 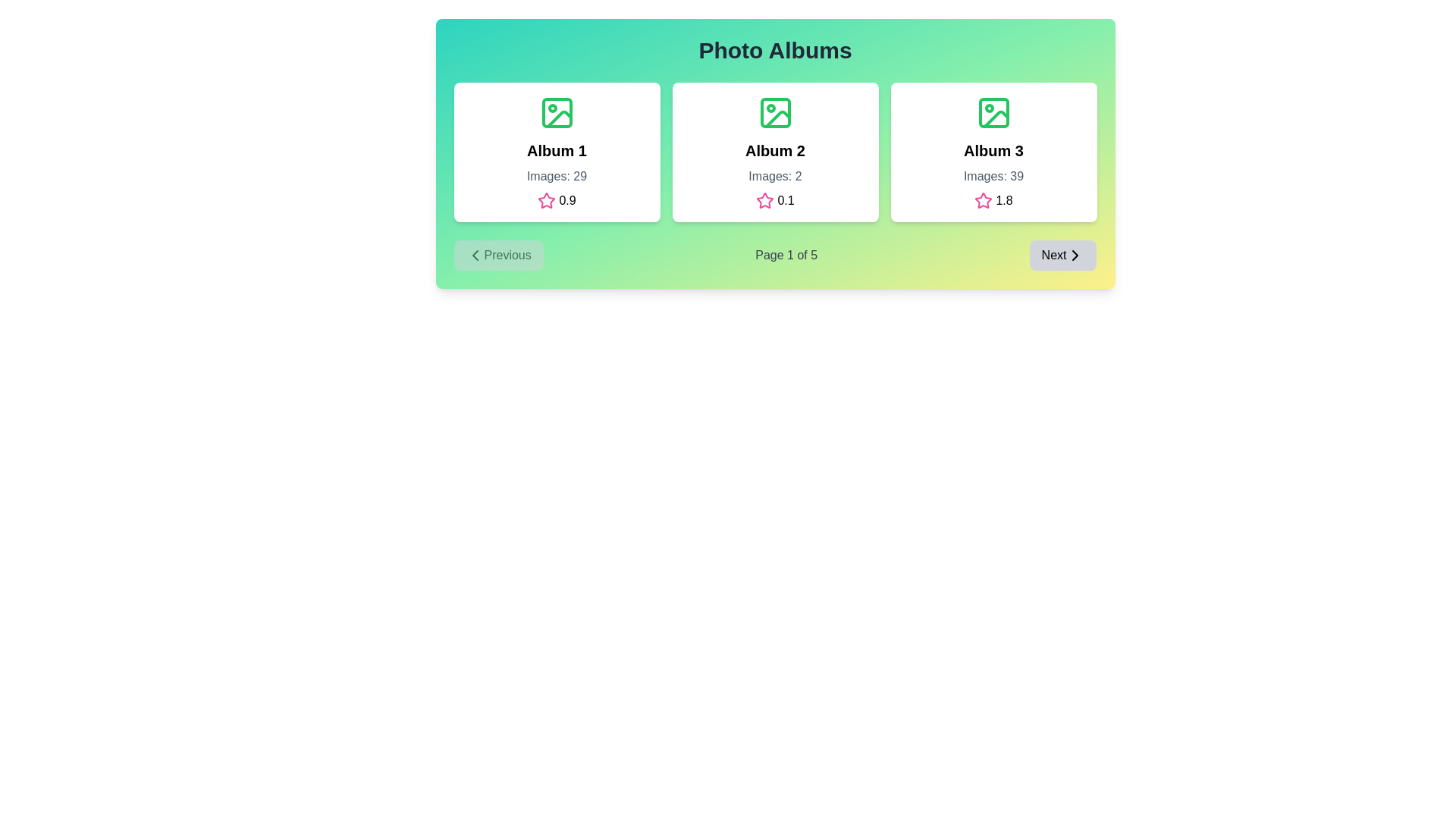 I want to click on rating value displayed next to the pink outlined star icon in the card for 'Album 1', which shows '0.9', so click(x=556, y=200).